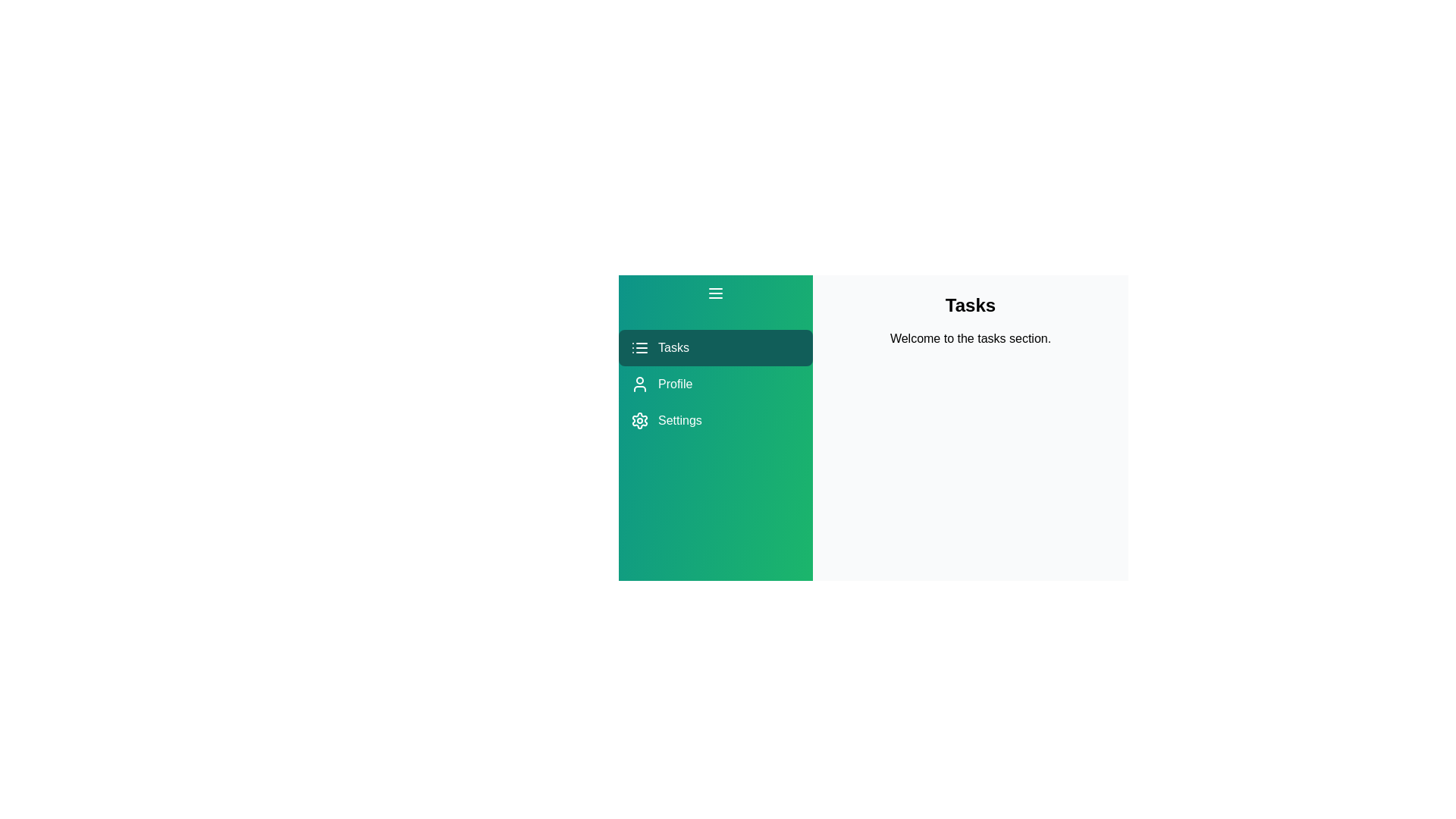 The width and height of the screenshot is (1456, 819). I want to click on the Tasks section from the menu, so click(715, 348).